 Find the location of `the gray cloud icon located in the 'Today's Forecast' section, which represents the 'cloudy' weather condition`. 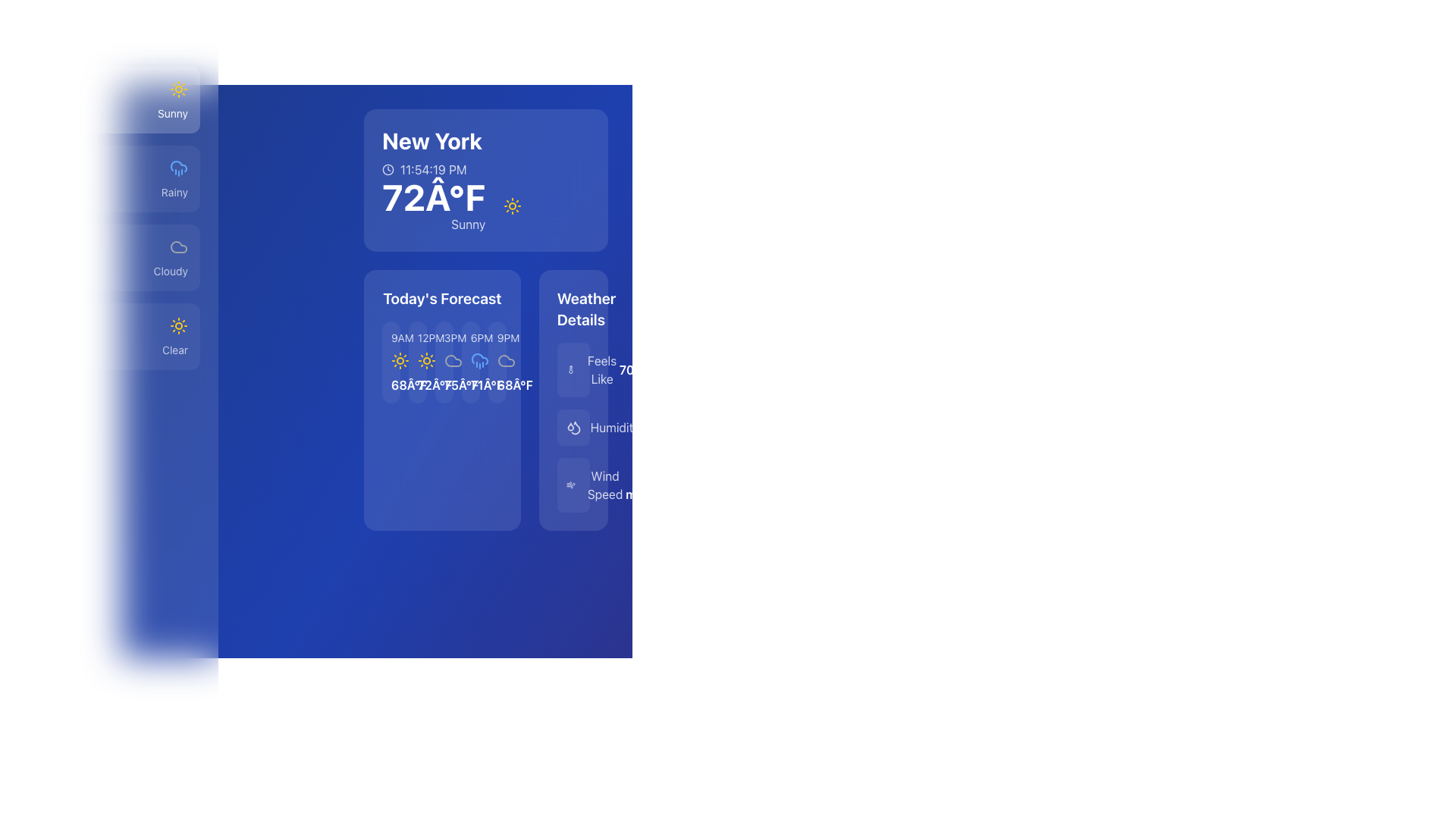

the gray cloud icon located in the 'Today's Forecast' section, which represents the 'cloudy' weather condition is located at coordinates (506, 360).